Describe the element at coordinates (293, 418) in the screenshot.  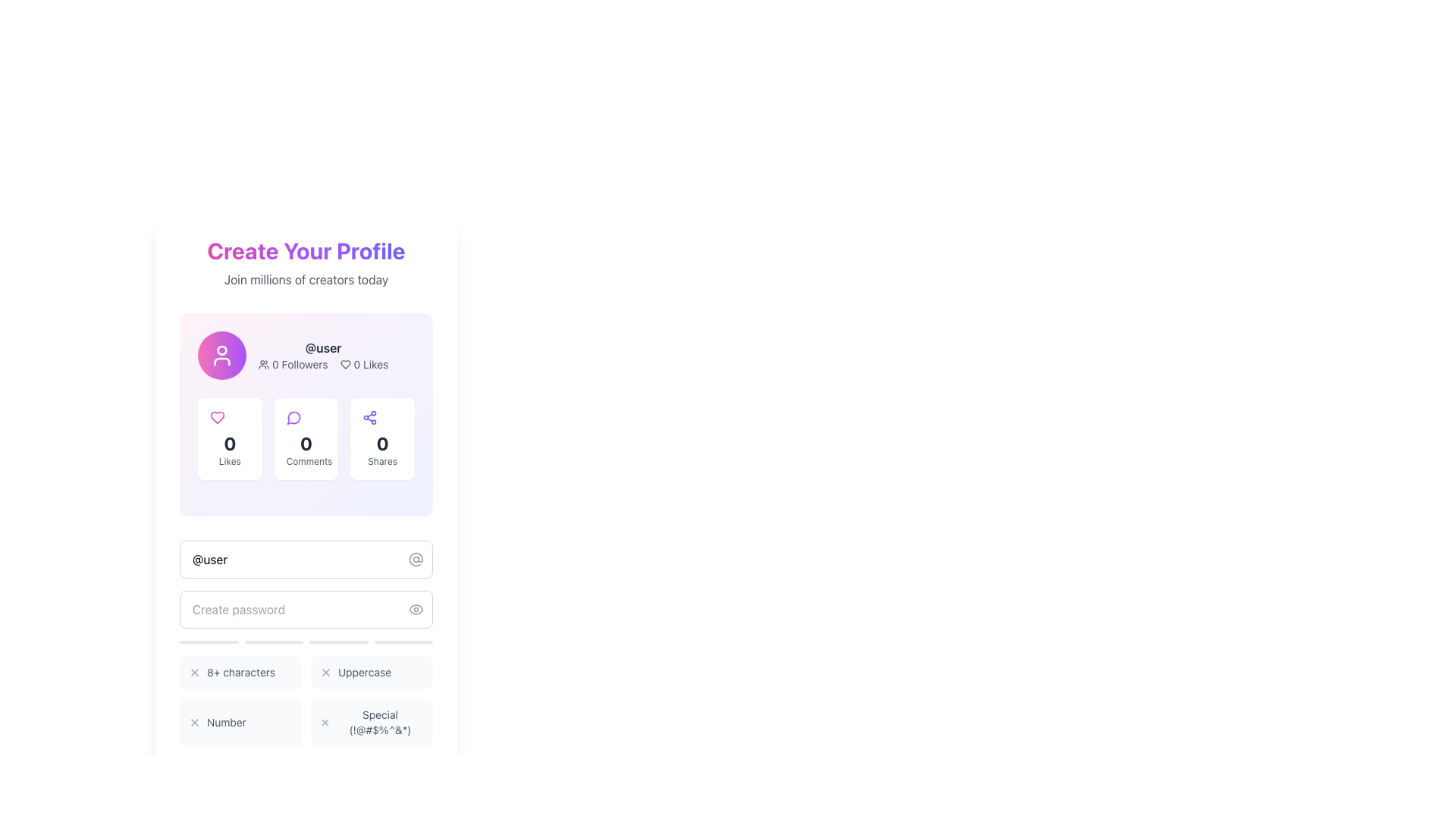
I see `the comments icon located in the second box of the statistics row, which is centered above the '0 Comments' label to interact with the comments section` at that location.